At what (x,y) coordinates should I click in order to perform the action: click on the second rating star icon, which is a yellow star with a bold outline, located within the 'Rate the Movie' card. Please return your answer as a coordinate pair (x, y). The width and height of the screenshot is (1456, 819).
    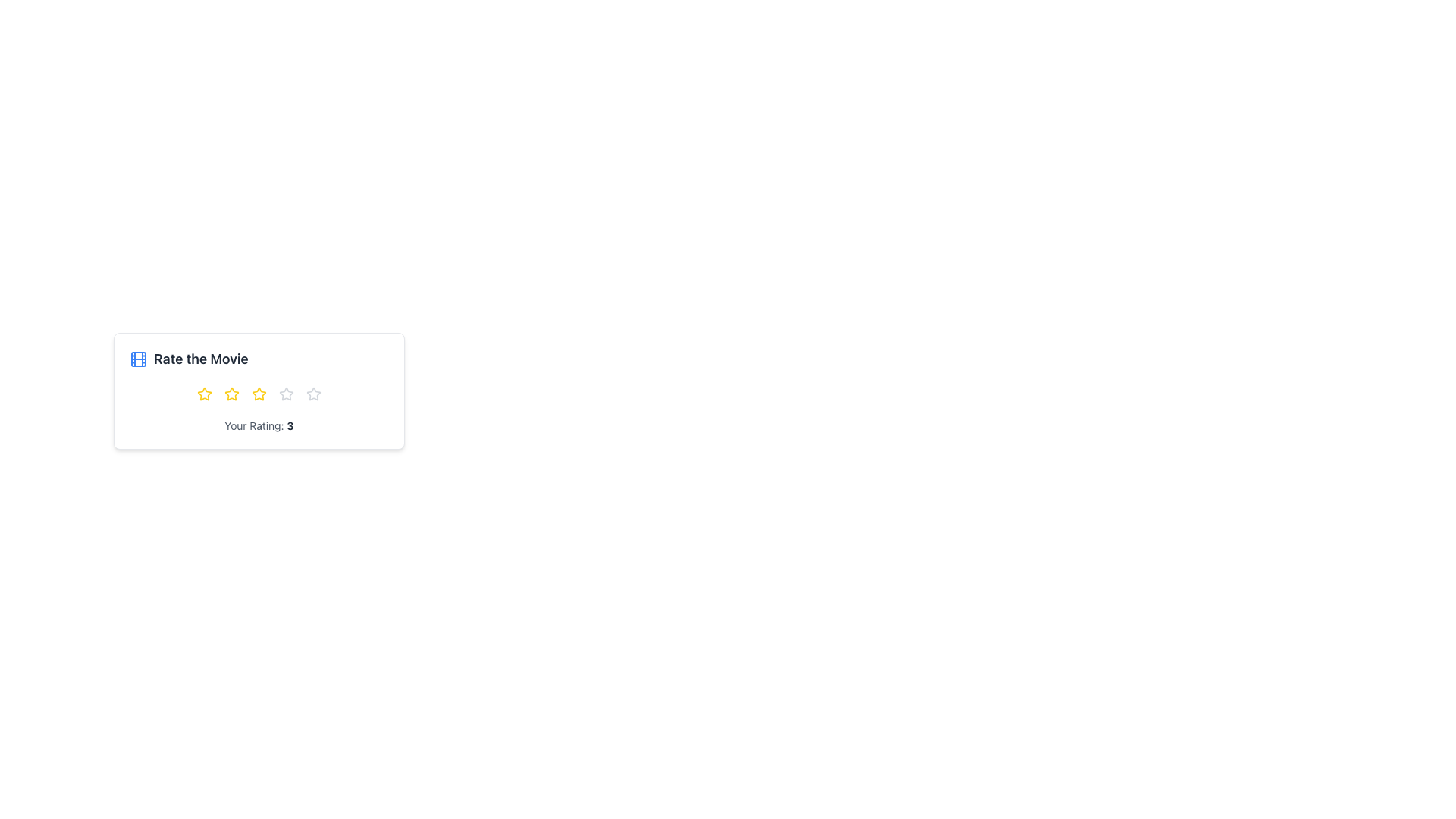
    Looking at the image, I should click on (203, 394).